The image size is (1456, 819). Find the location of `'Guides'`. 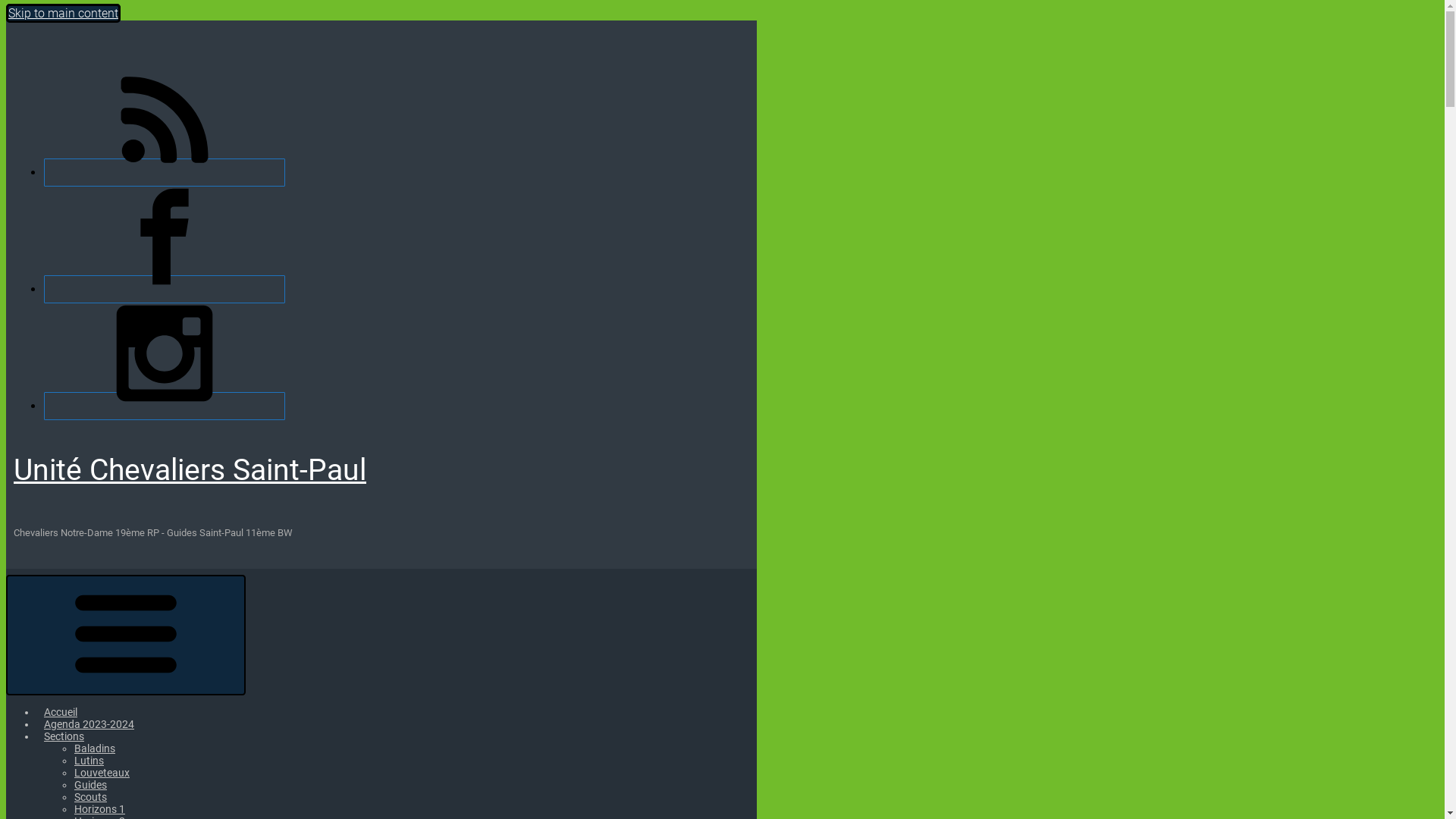

'Guides' is located at coordinates (89, 784).